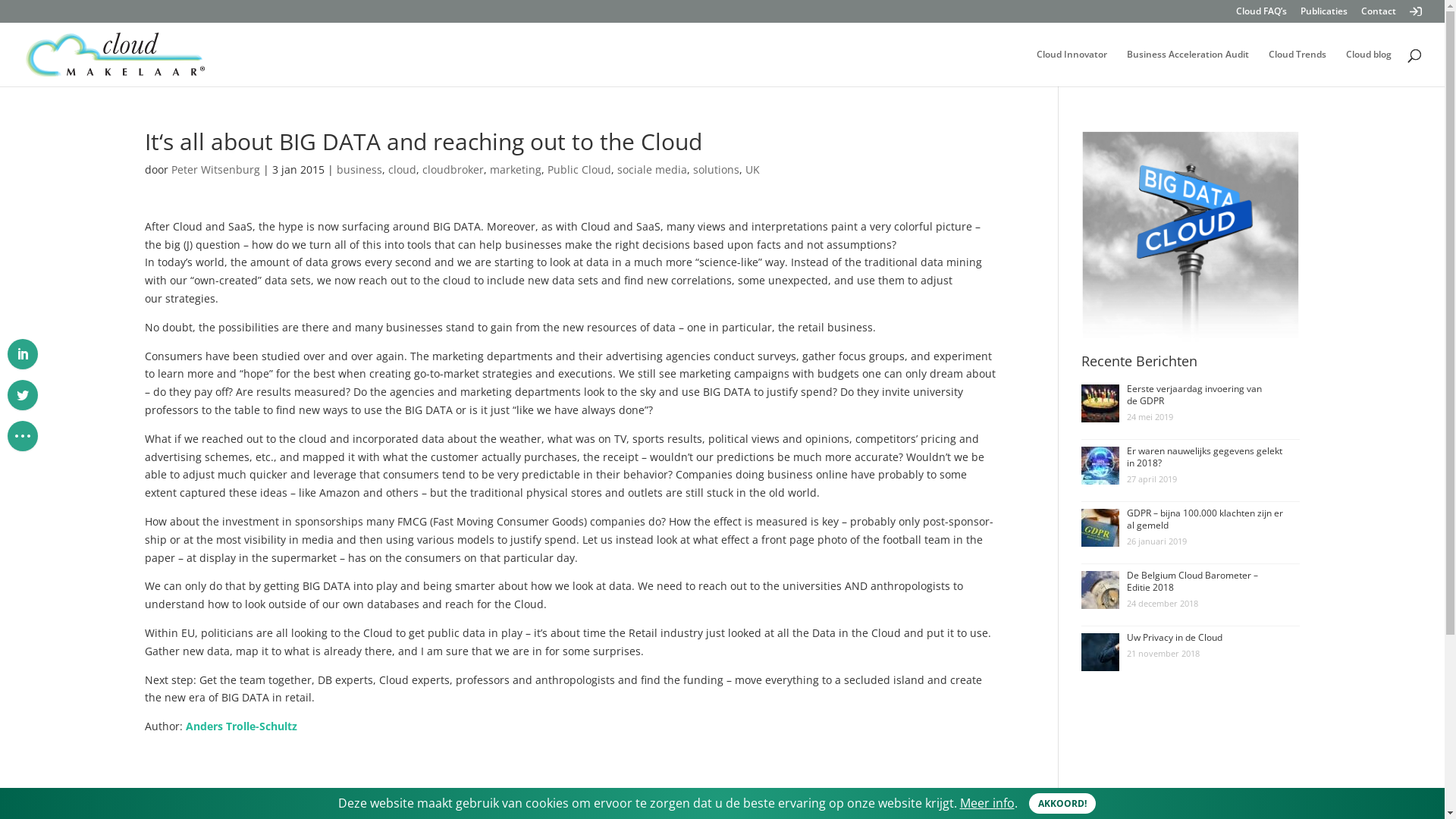  What do you see at coordinates (617, 169) in the screenshot?
I see `'sociale media'` at bounding box center [617, 169].